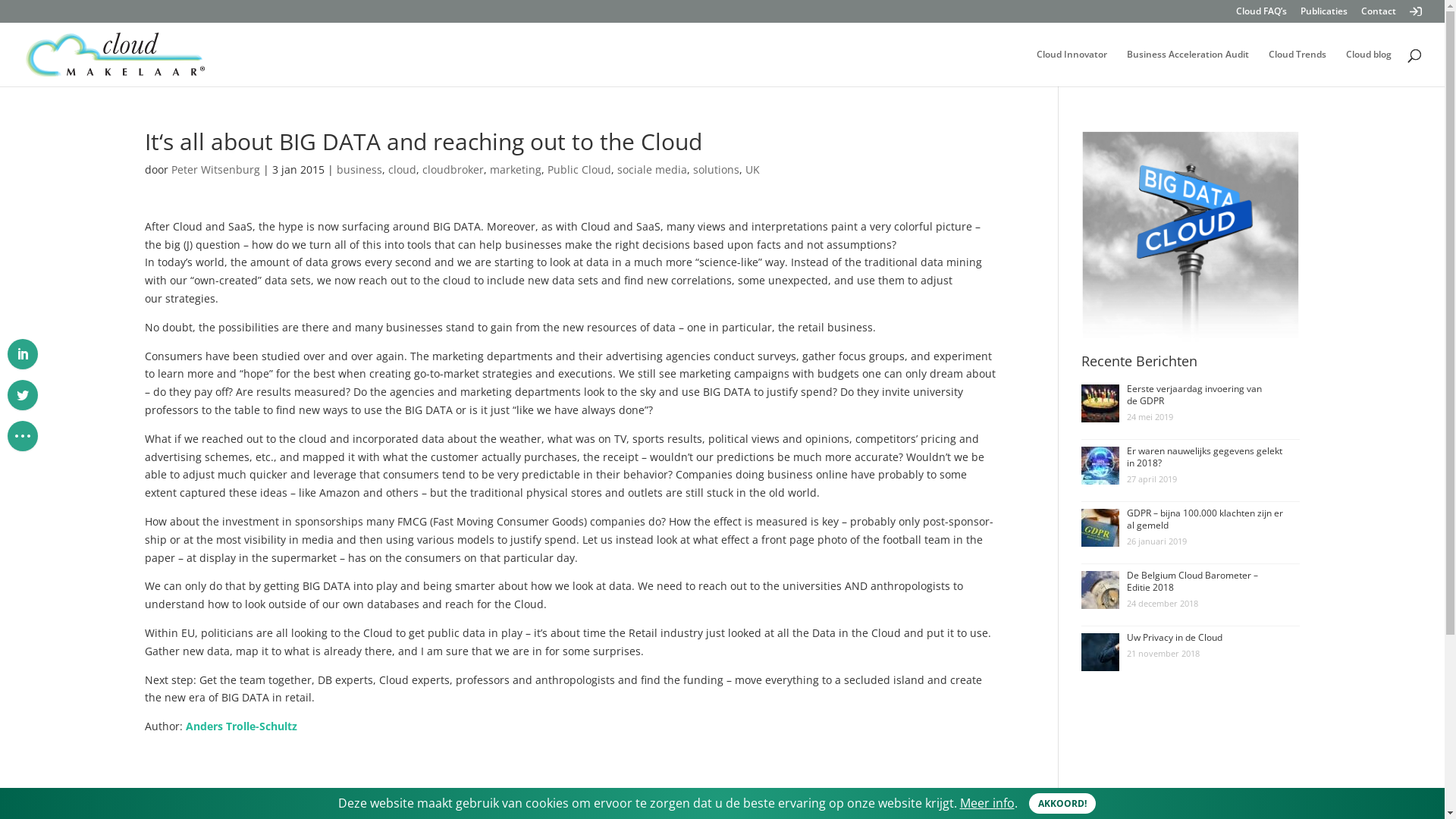  What do you see at coordinates (617, 169) in the screenshot?
I see `'sociale media'` at bounding box center [617, 169].